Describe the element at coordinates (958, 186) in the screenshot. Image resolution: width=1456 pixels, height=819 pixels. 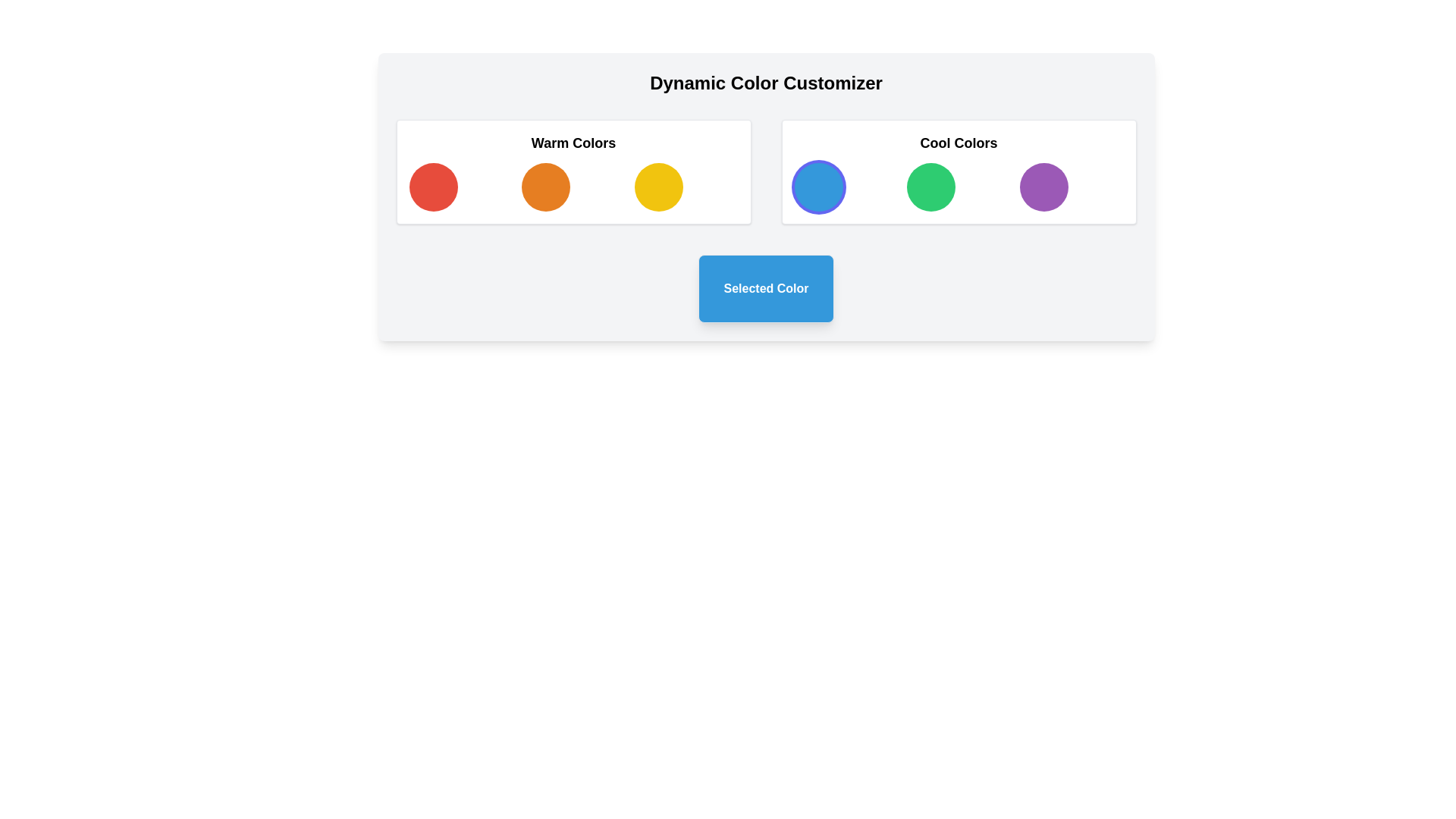
I see `the green circular button in the 'Cool Colors' section` at that location.